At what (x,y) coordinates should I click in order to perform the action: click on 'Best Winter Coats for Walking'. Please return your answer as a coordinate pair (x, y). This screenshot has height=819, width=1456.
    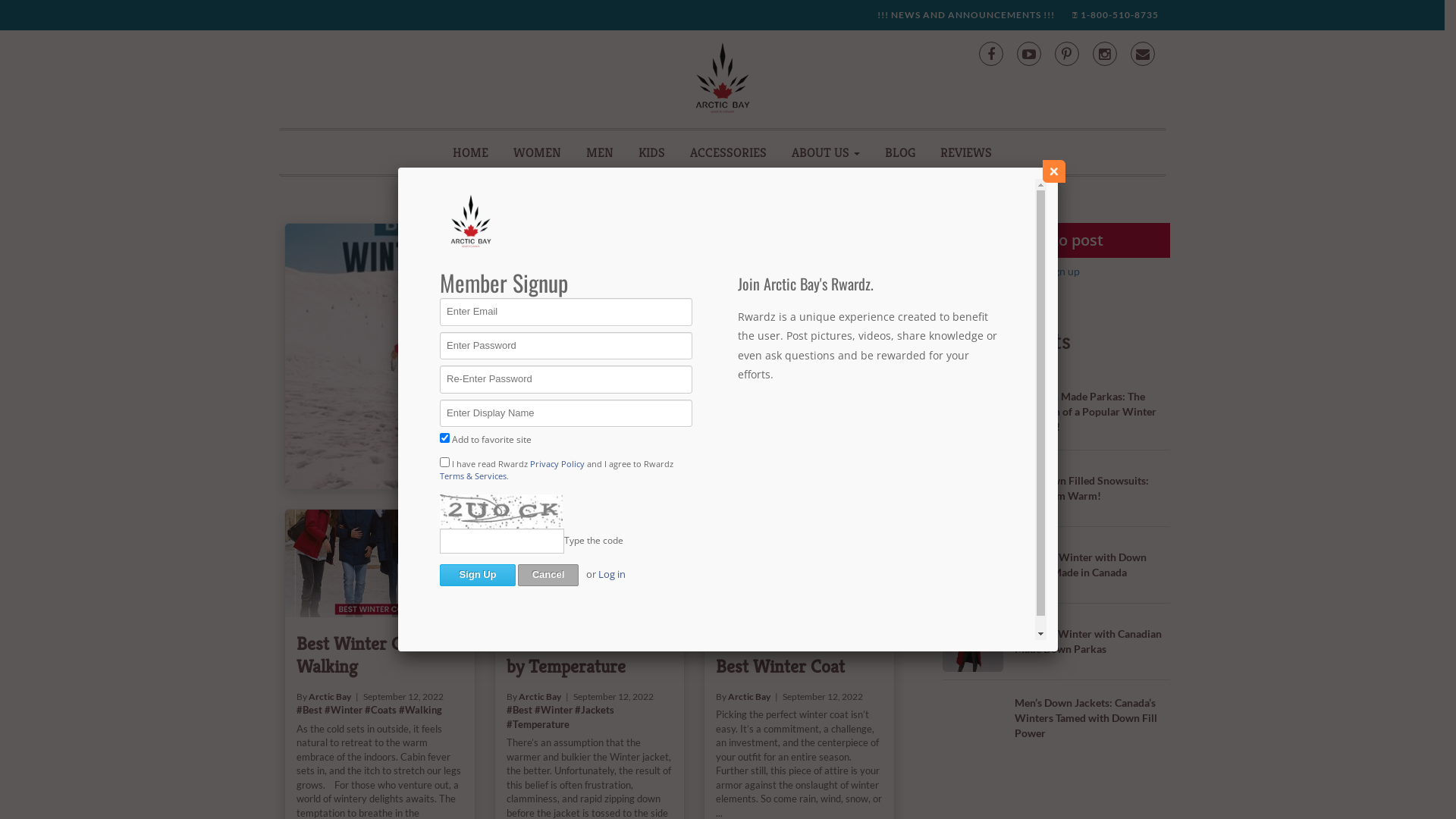
    Looking at the image, I should click on (296, 654).